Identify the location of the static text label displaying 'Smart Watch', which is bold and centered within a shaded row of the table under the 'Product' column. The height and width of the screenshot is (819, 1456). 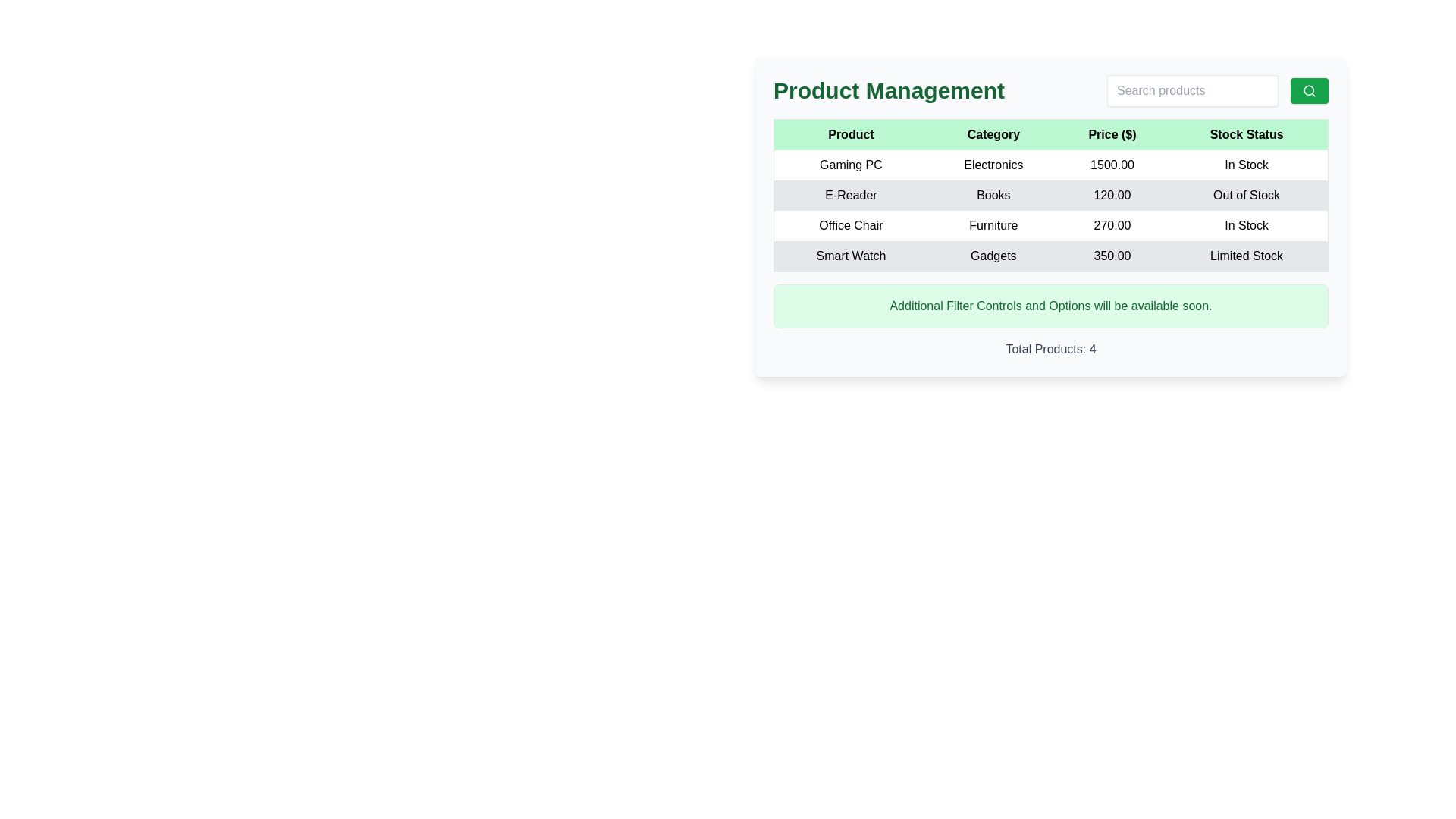
(851, 256).